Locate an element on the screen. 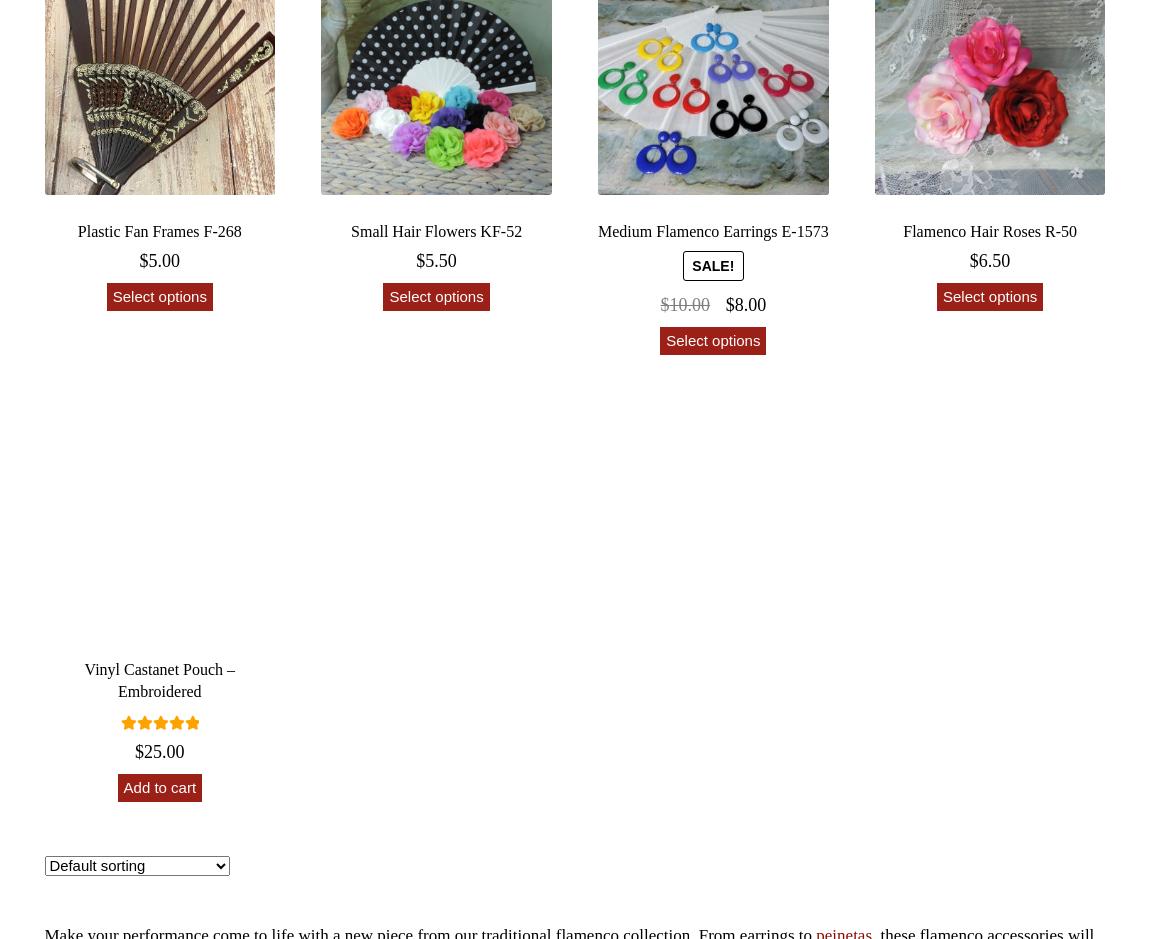 The image size is (1150, 939). '8.00' is located at coordinates (749, 304).